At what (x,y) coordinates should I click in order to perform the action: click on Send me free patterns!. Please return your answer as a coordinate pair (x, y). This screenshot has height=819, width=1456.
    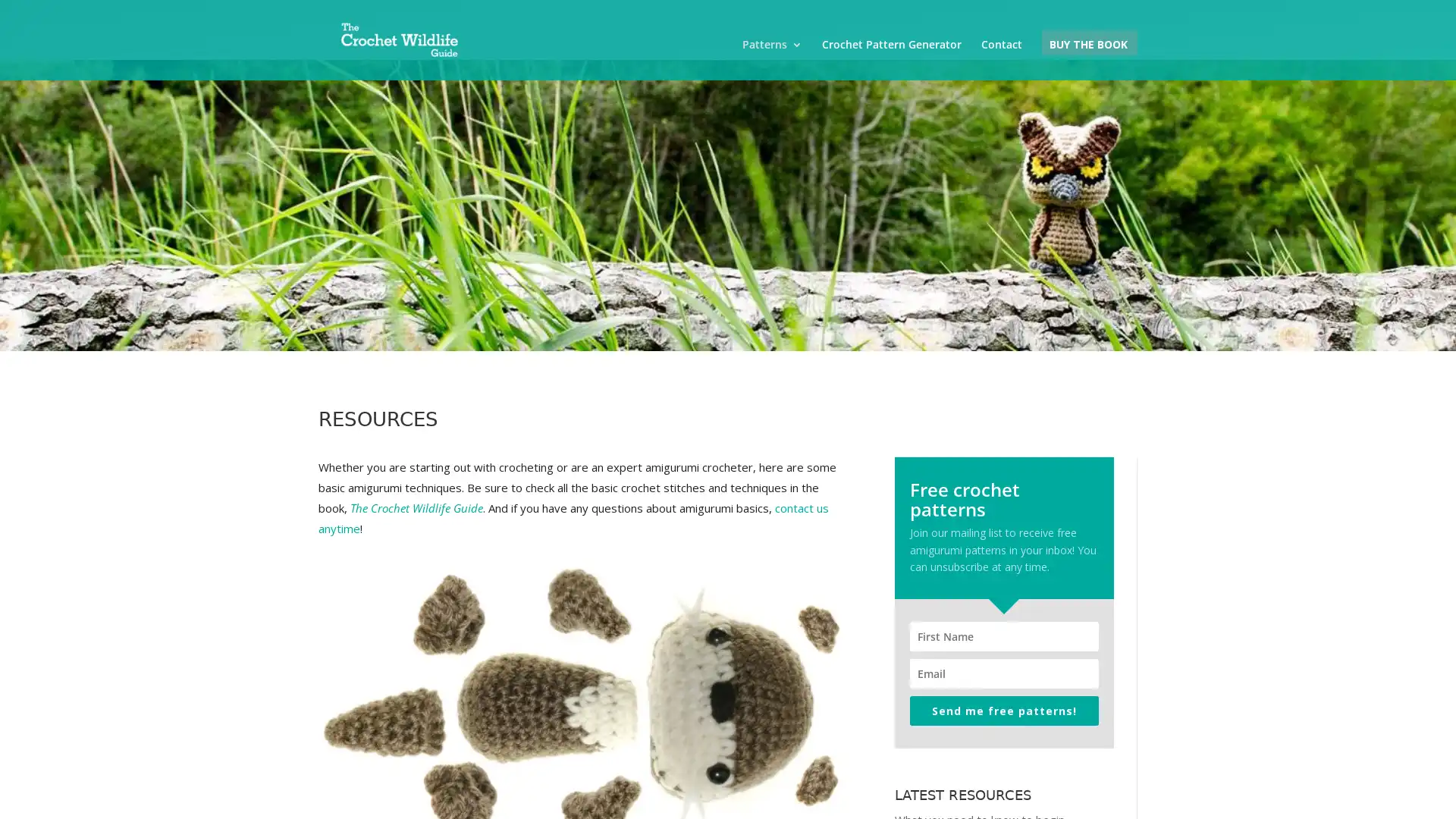
    Looking at the image, I should click on (1003, 710).